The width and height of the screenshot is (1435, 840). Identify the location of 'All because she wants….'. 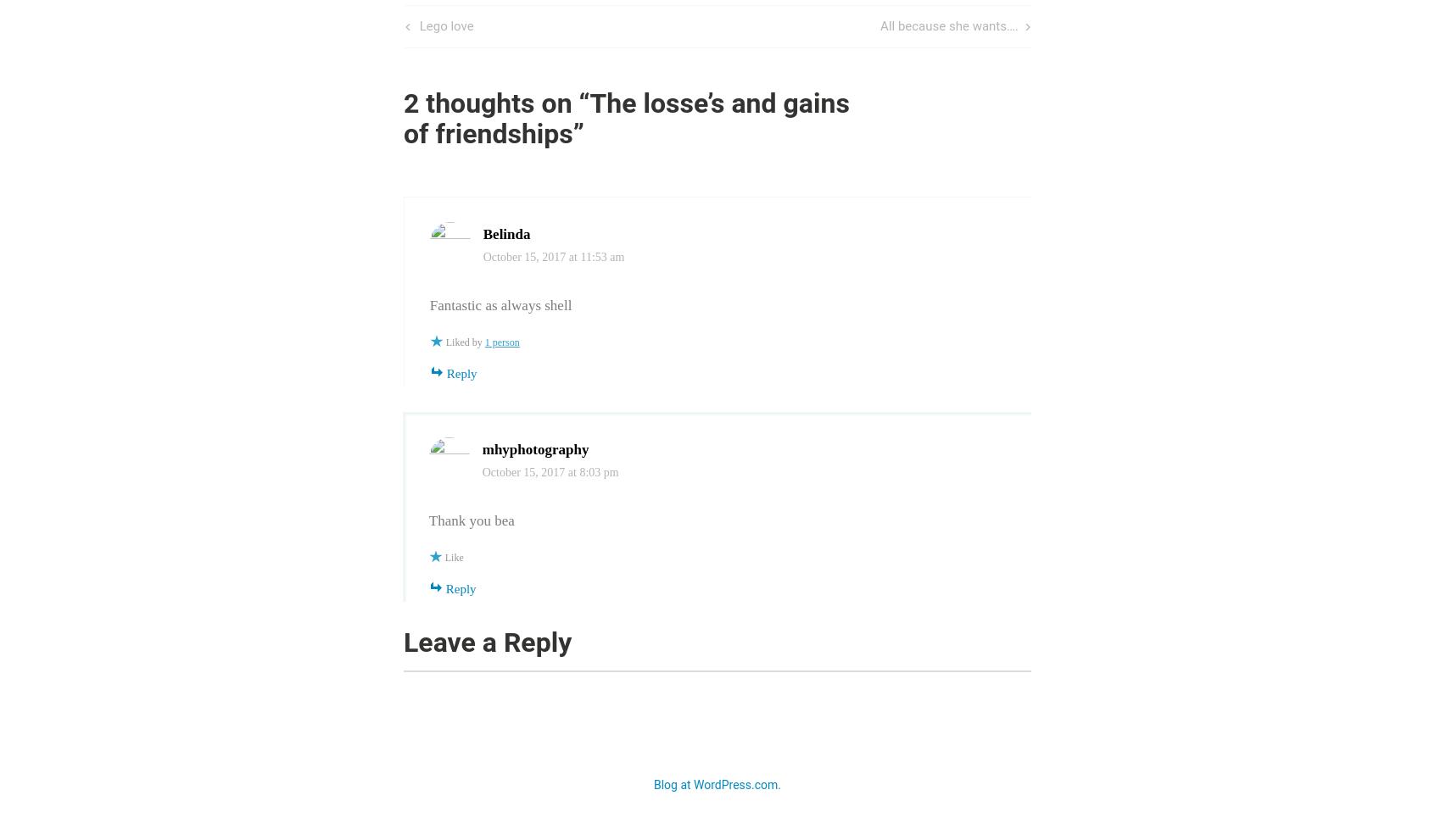
(949, 25).